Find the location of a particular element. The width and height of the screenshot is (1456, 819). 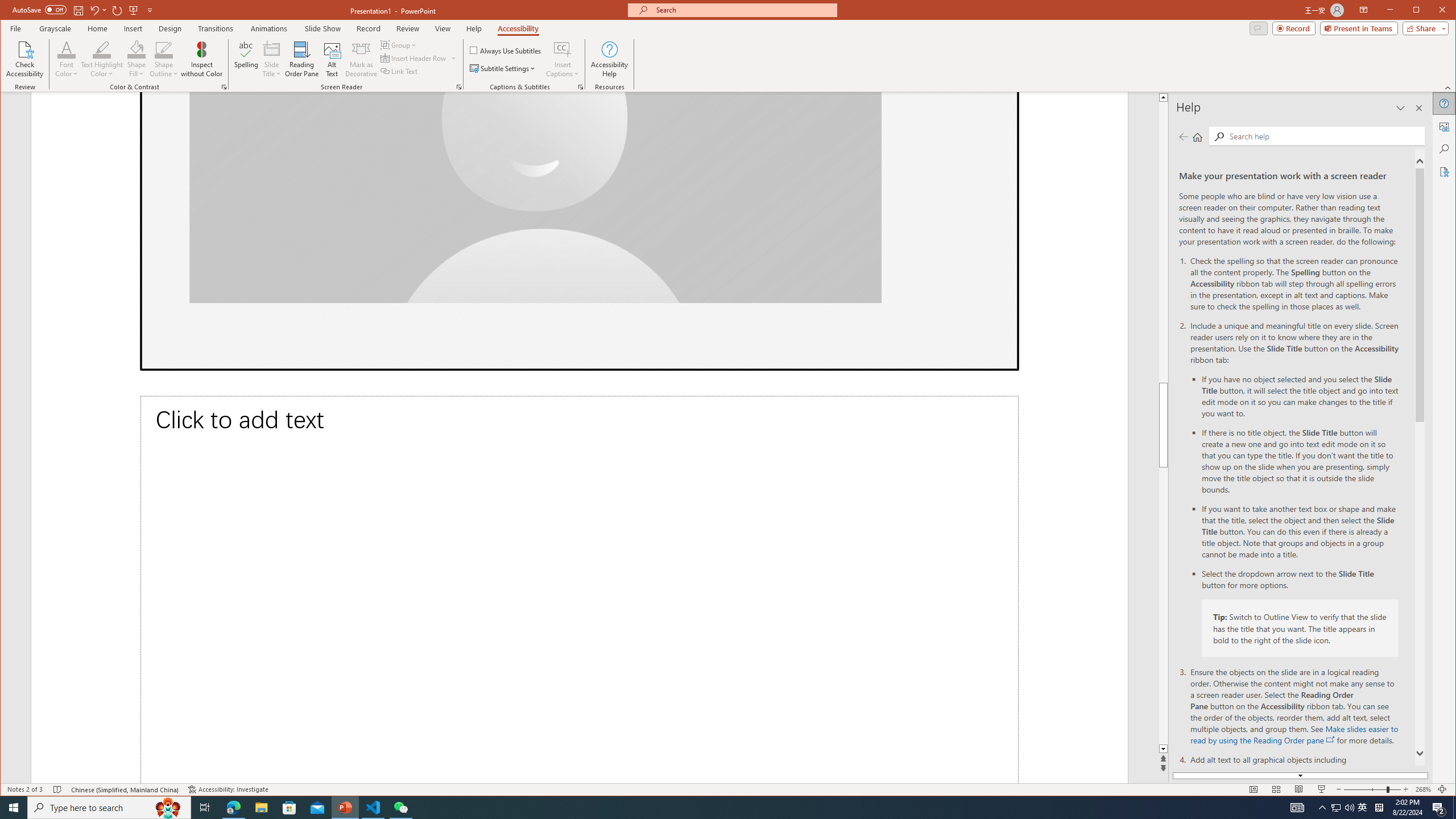

'Always Use Subtitles' is located at coordinates (505, 49).